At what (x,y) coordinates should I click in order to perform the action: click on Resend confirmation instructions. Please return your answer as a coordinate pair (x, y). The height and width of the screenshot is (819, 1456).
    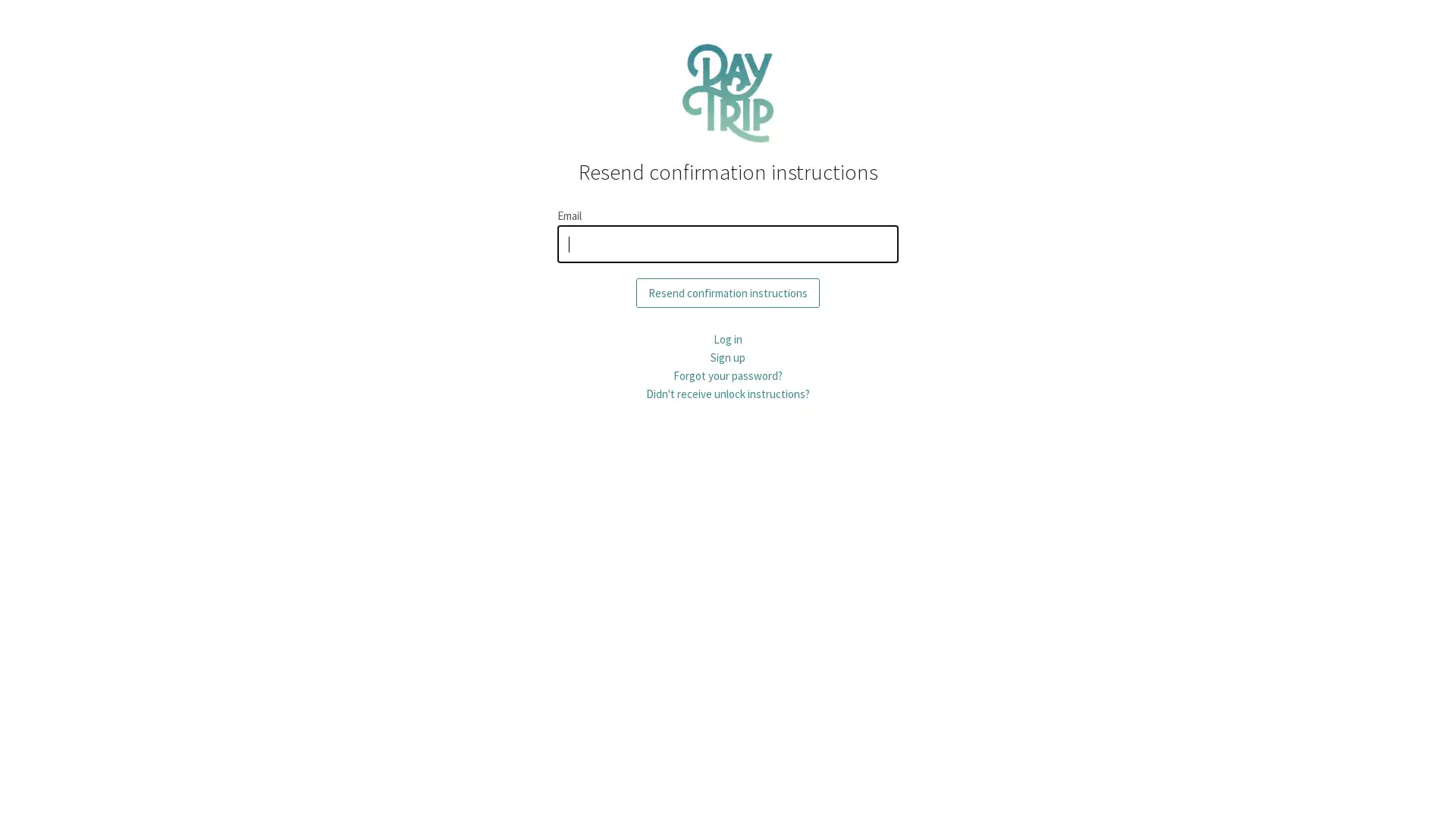
    Looking at the image, I should click on (728, 292).